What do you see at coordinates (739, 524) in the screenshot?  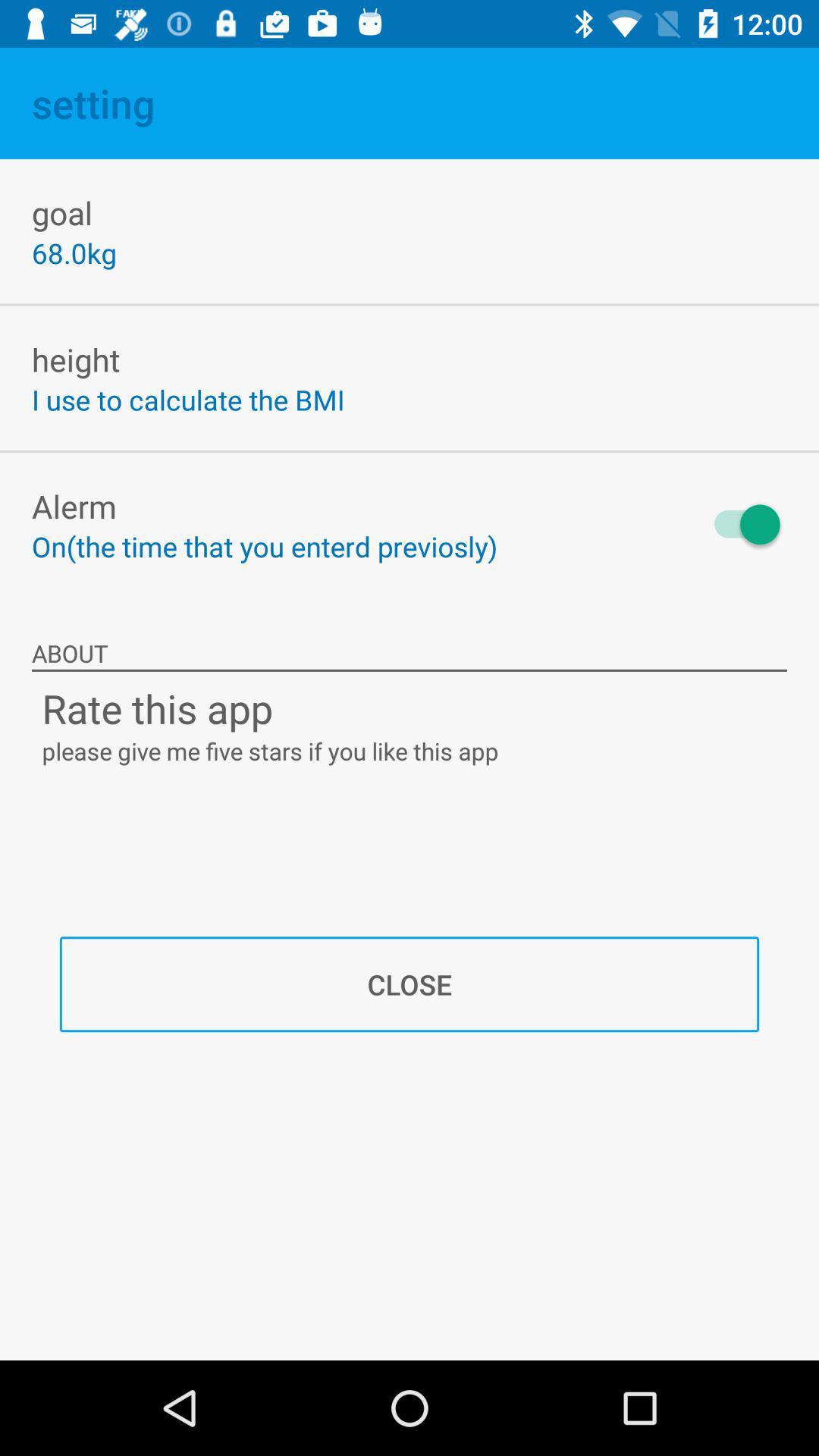 I see `the icon above about item` at bounding box center [739, 524].